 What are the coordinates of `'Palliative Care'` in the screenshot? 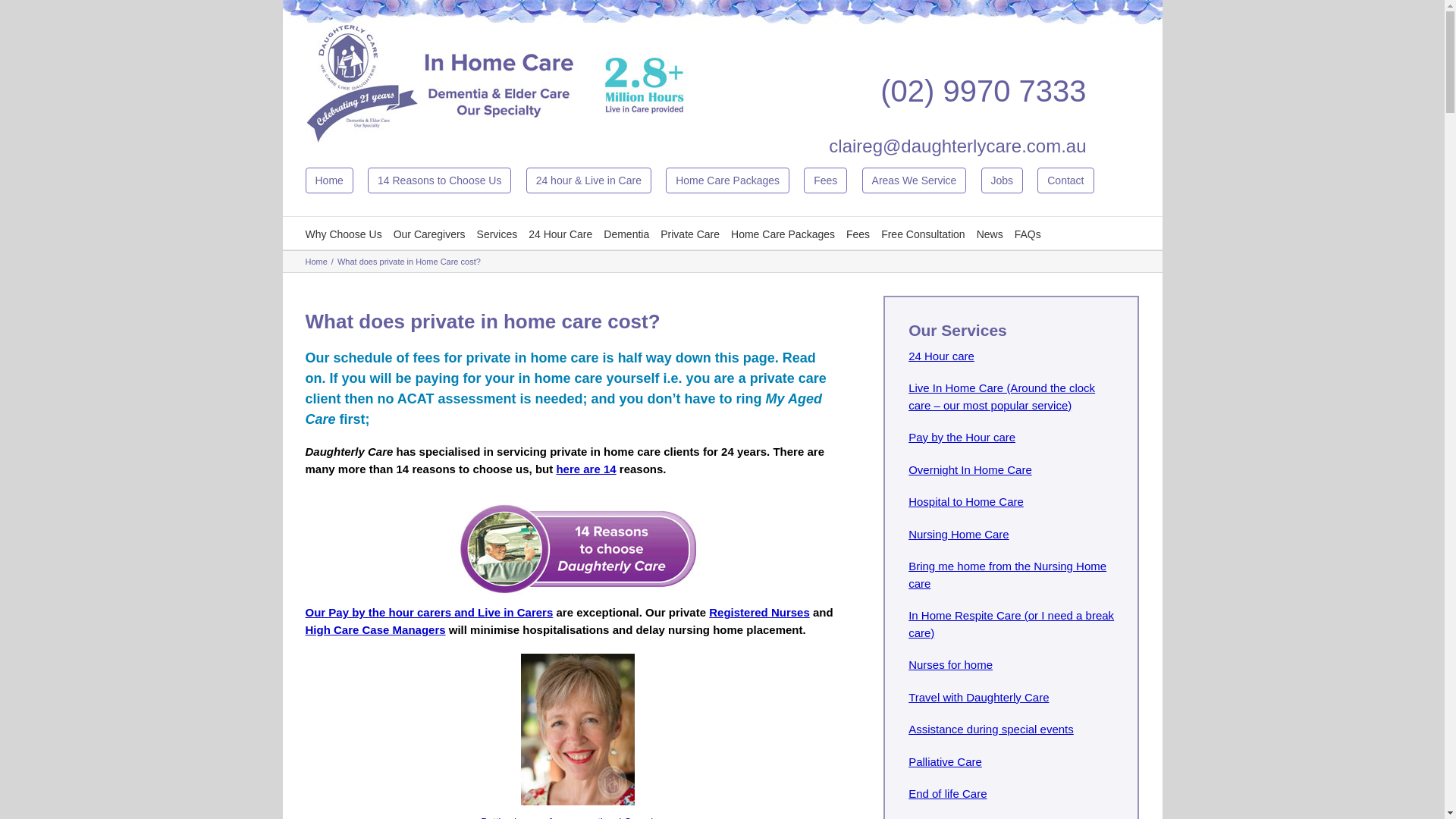 It's located at (944, 761).